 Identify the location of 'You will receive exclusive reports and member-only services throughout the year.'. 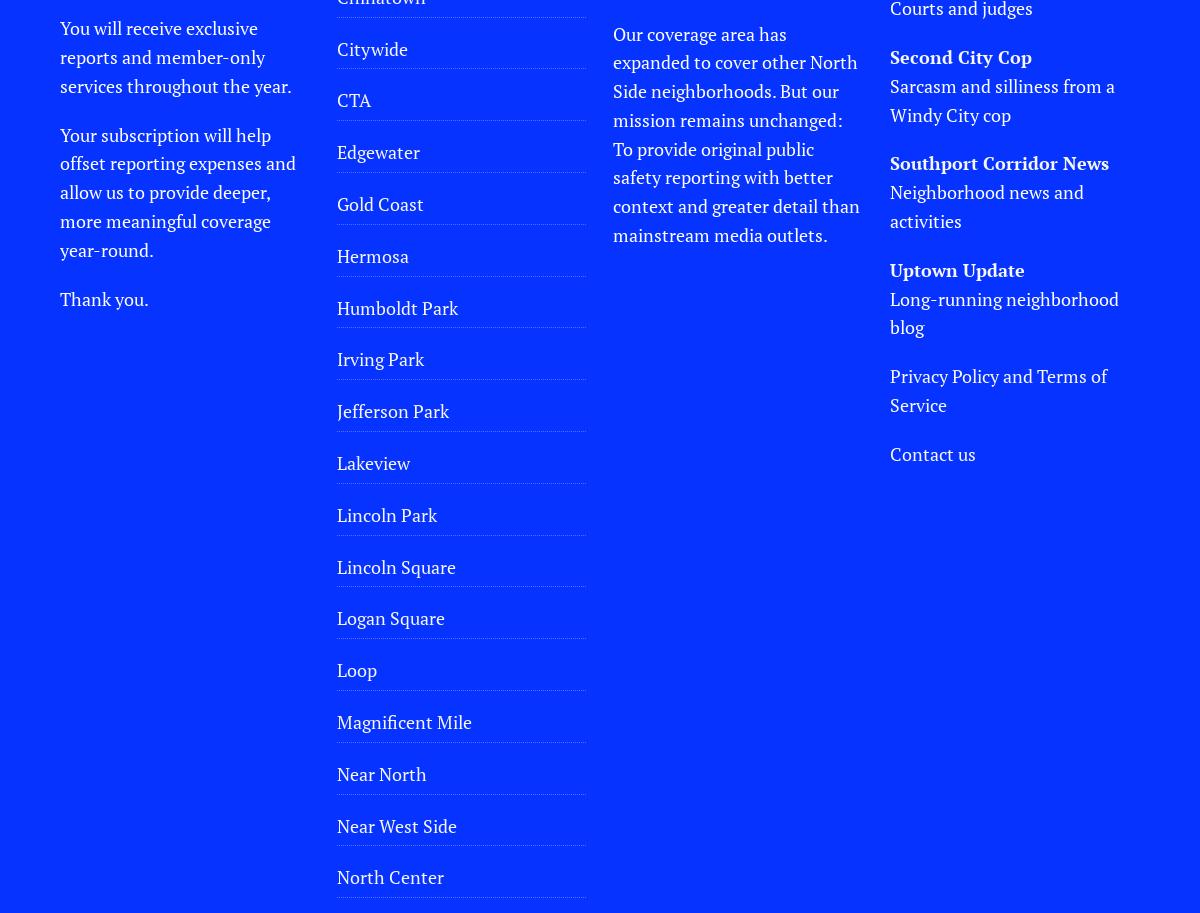
(175, 55).